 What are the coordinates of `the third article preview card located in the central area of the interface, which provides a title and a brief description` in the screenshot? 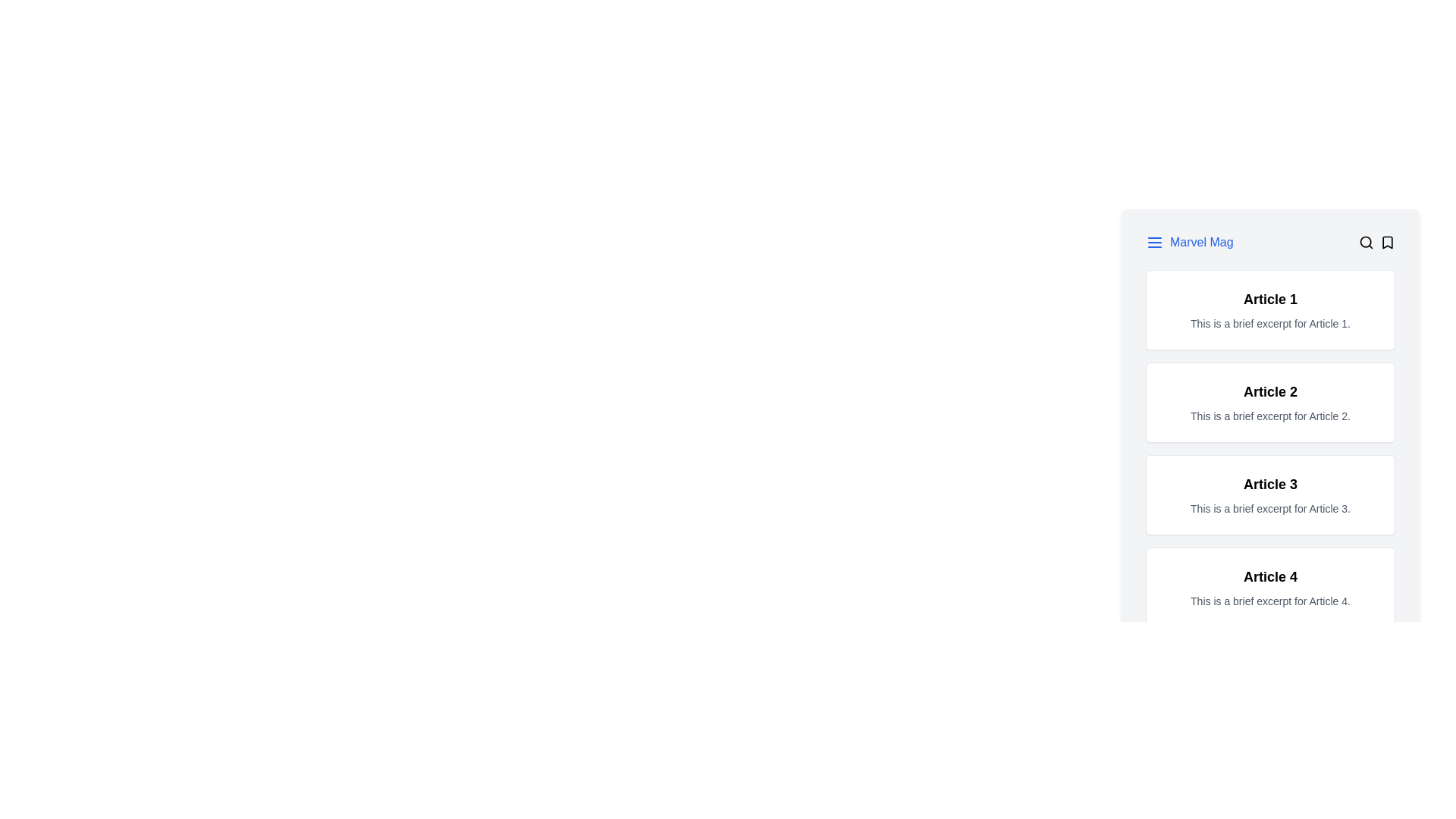 It's located at (1270, 494).